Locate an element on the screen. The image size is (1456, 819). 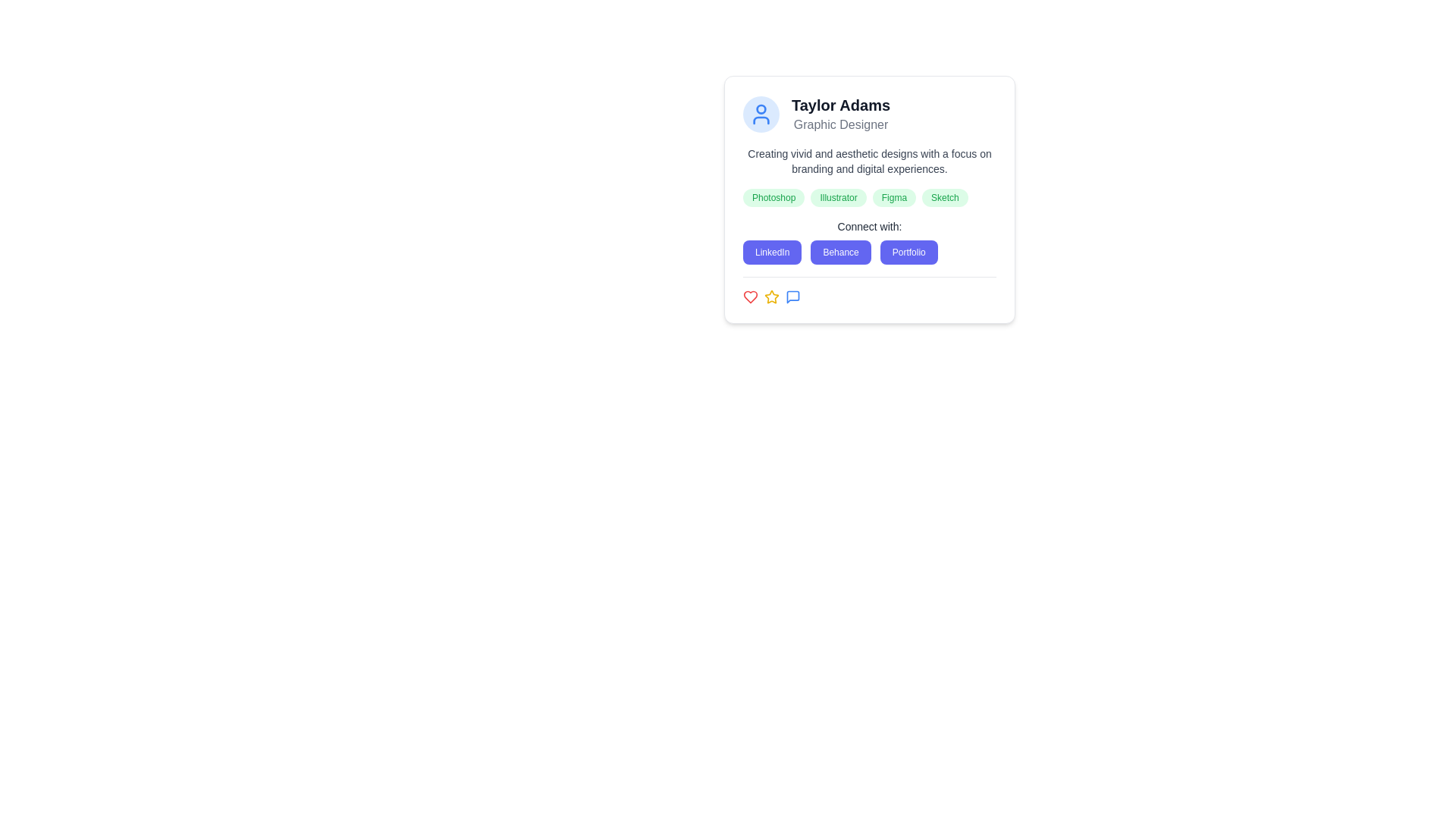
the compact, rounded rectangular badge with a light green background and bold green text that reads 'Figma', which is the third badge in the horizontal list of skill badges is located at coordinates (894, 197).